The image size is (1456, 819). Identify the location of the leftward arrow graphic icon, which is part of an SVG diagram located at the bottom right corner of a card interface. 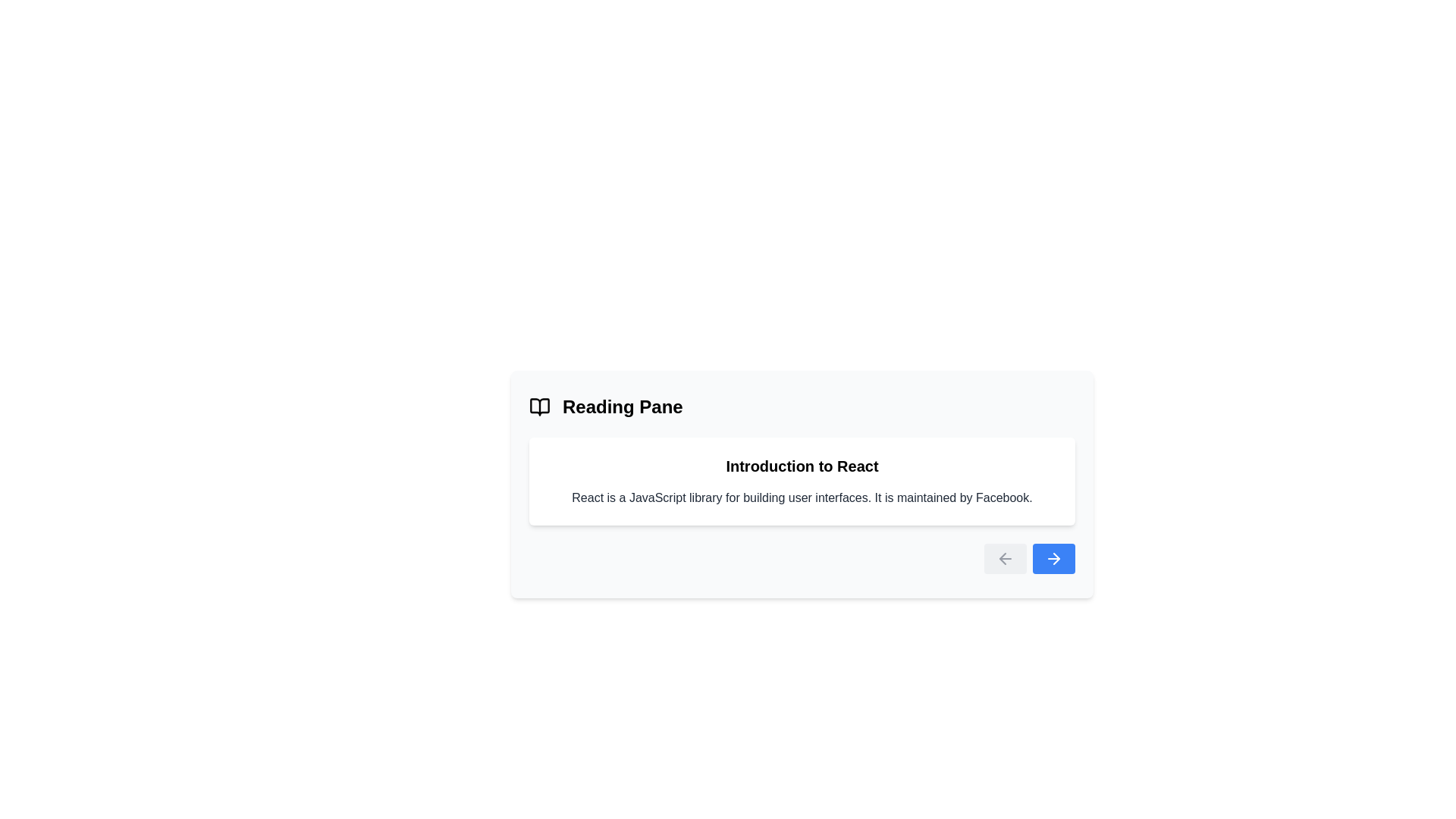
(1003, 558).